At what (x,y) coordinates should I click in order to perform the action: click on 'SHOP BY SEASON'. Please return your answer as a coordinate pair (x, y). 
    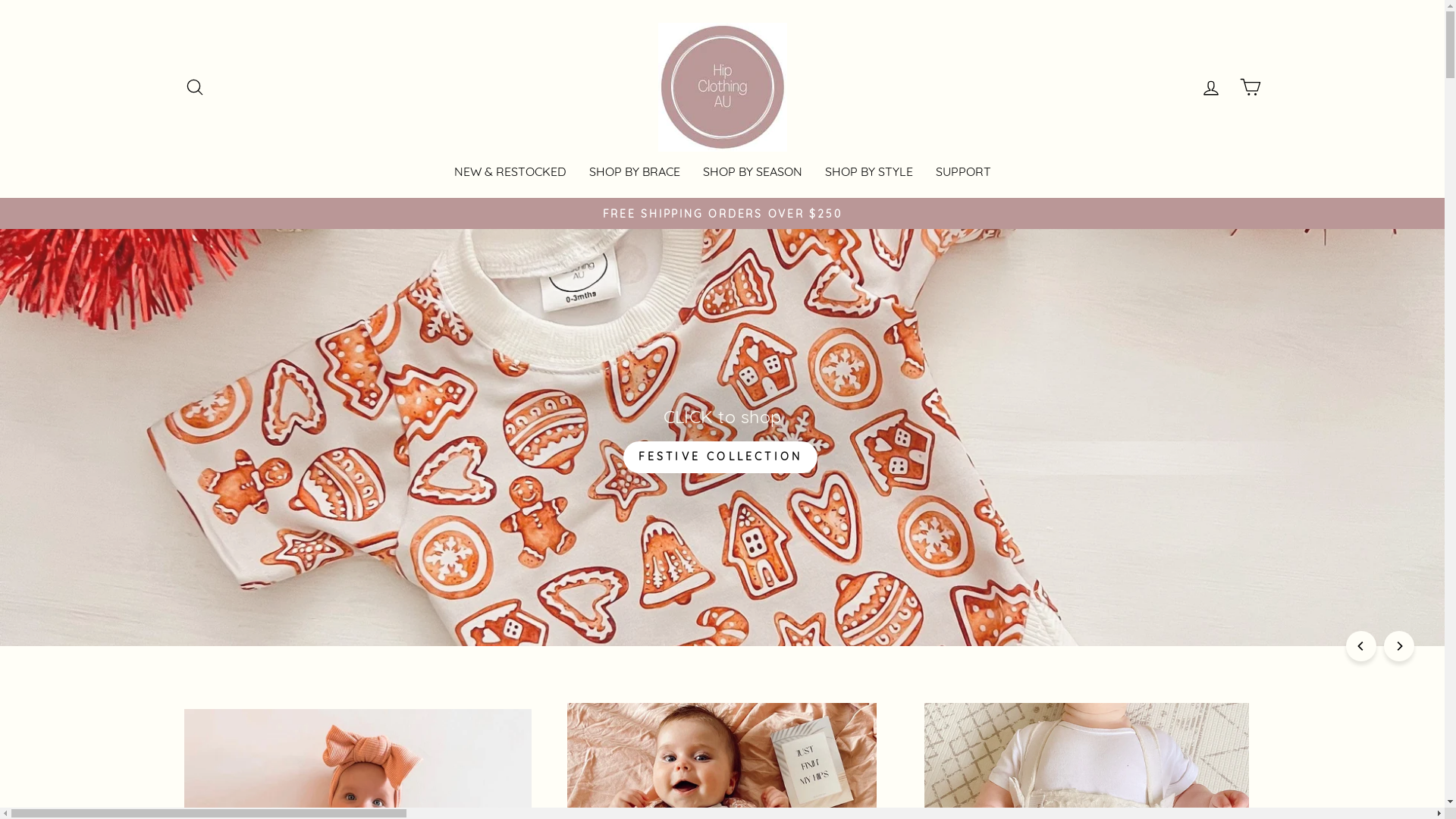
    Looking at the image, I should click on (752, 171).